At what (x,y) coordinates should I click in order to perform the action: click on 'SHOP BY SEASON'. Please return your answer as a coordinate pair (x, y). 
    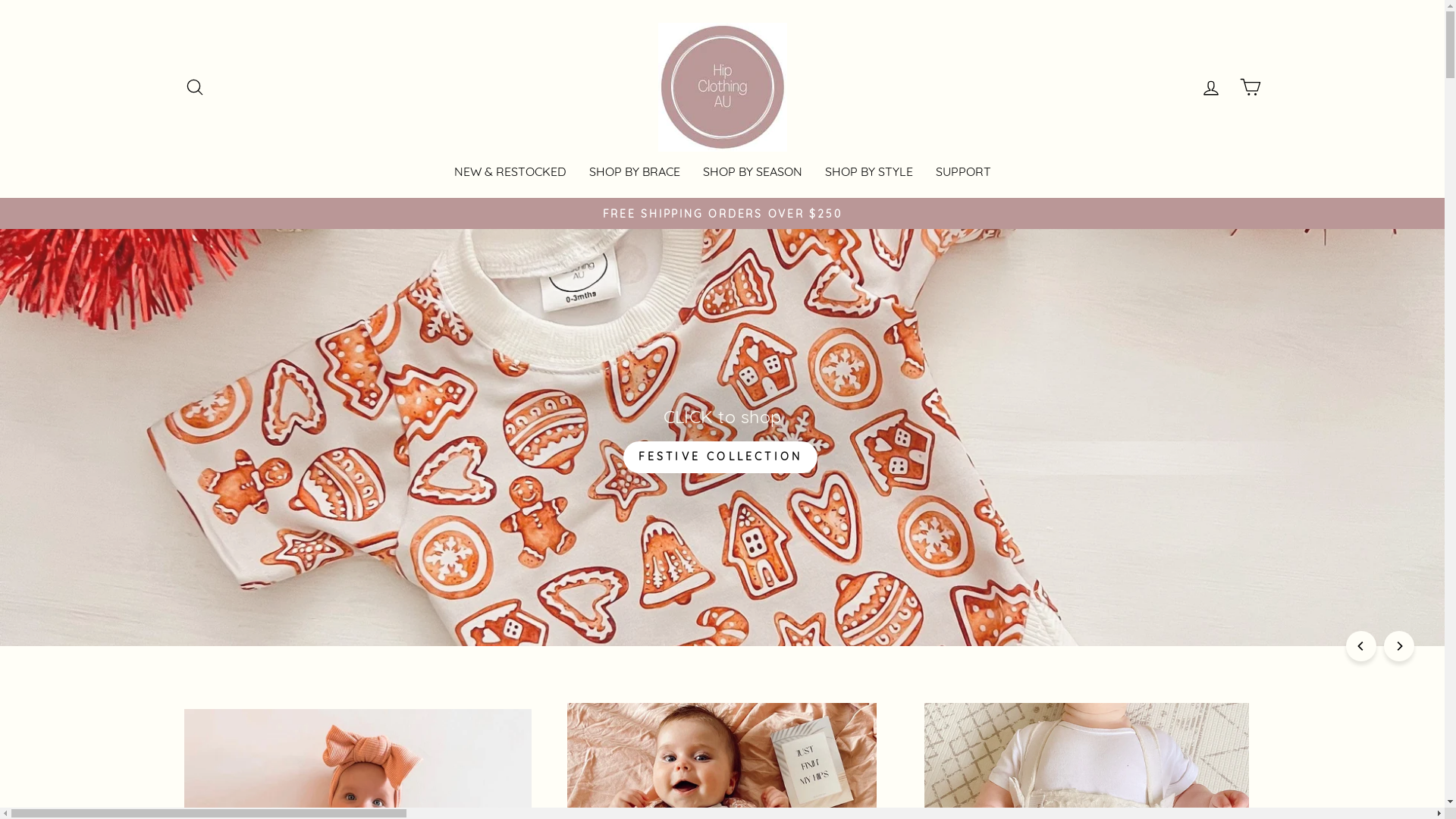
    Looking at the image, I should click on (752, 171).